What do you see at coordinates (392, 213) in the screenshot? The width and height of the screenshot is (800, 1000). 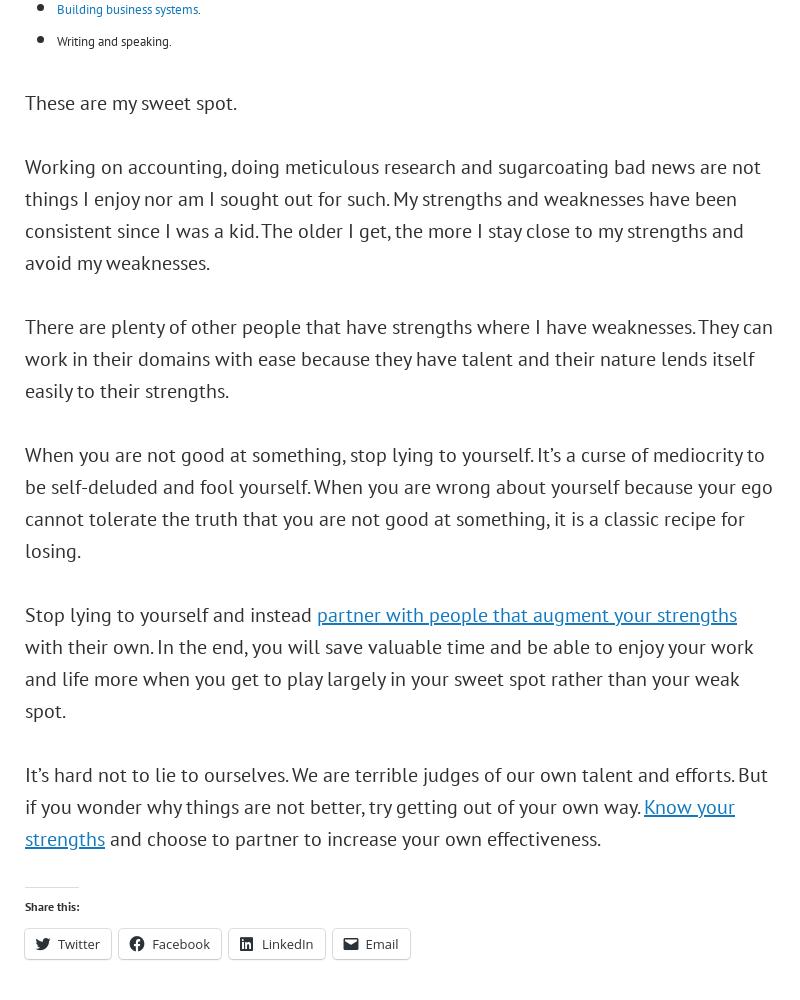 I see `'Working on accounting, doing meticulous research and sugarcoating bad news are not things I enjoy nor am I sought out for such. My strengths and weaknesses have been consistent since I was a kid. The older I get, the more I stay close to my strengths and avoid my weaknesses.'` at bounding box center [392, 213].